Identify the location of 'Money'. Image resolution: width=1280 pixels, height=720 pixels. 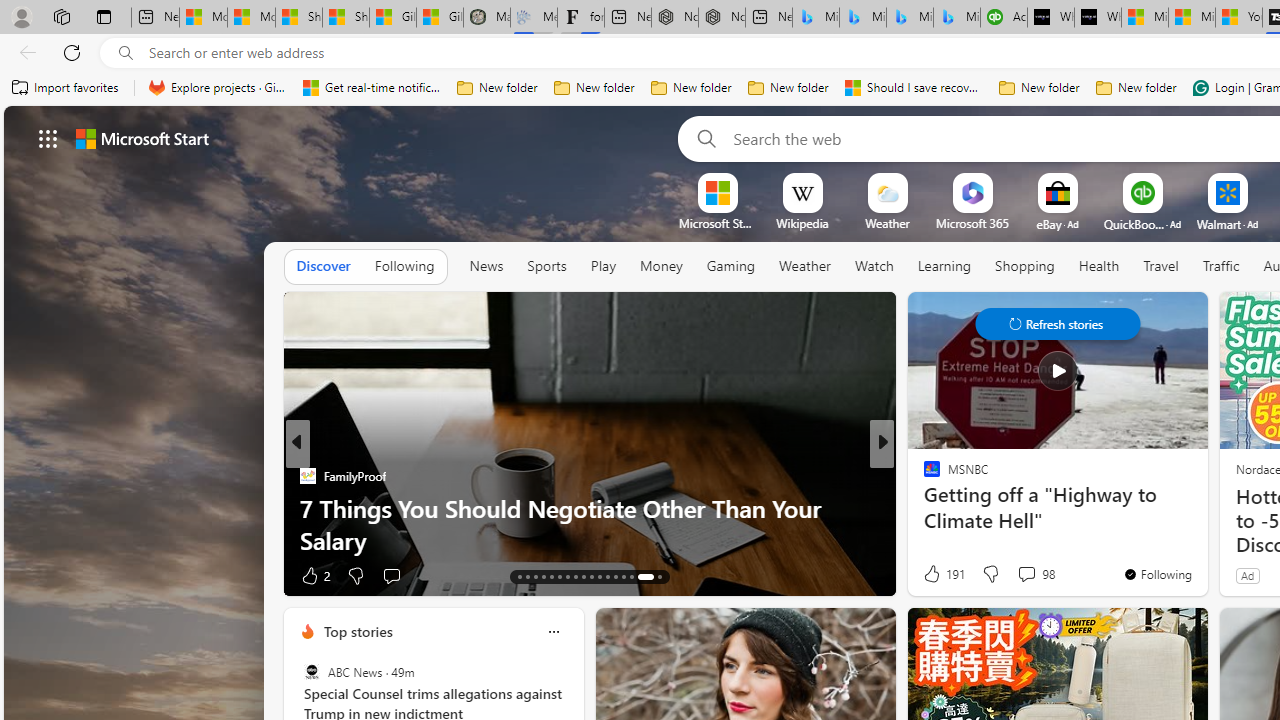
(661, 266).